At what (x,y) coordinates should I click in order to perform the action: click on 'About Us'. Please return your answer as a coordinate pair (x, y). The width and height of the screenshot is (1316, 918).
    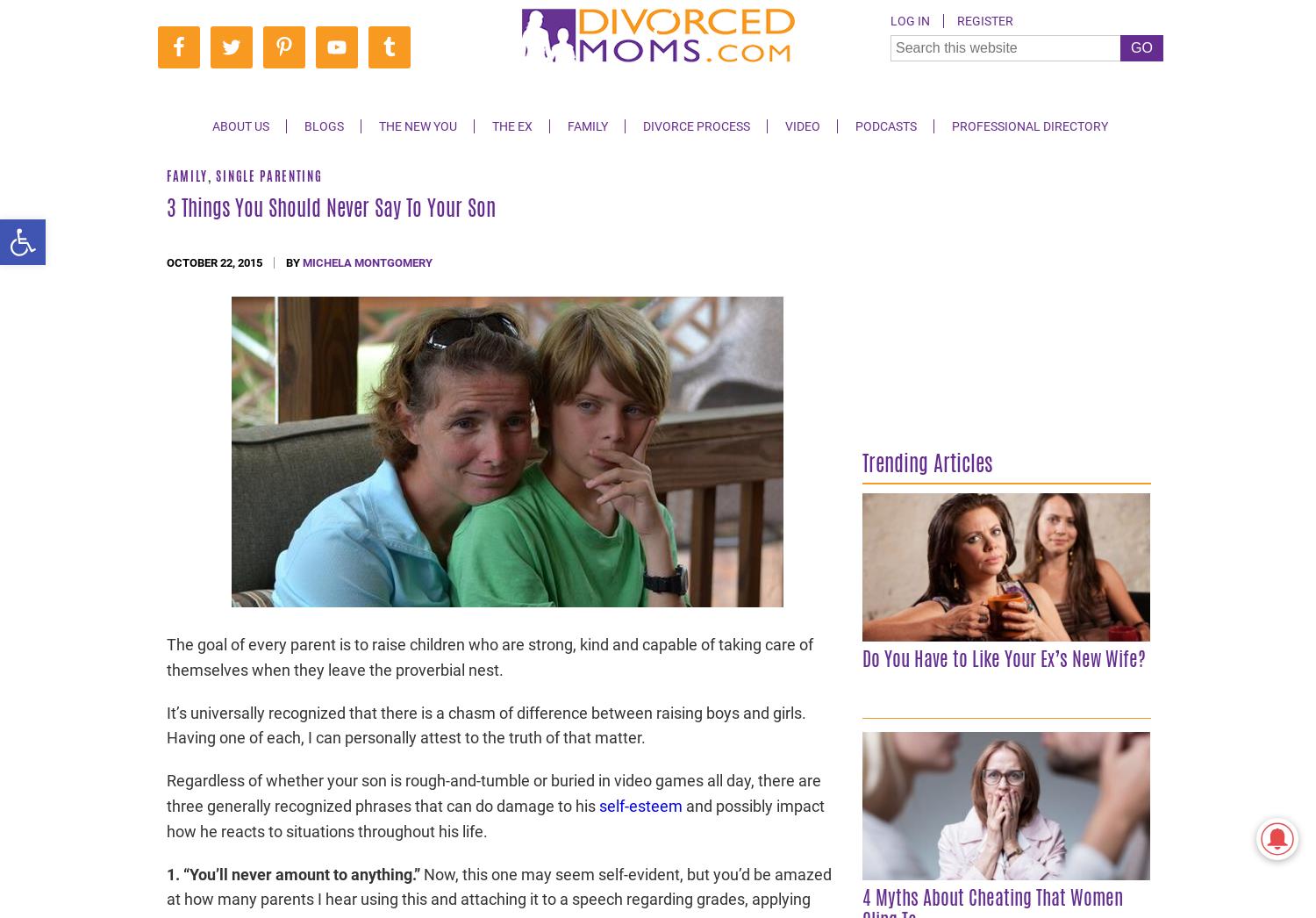
    Looking at the image, I should click on (240, 126).